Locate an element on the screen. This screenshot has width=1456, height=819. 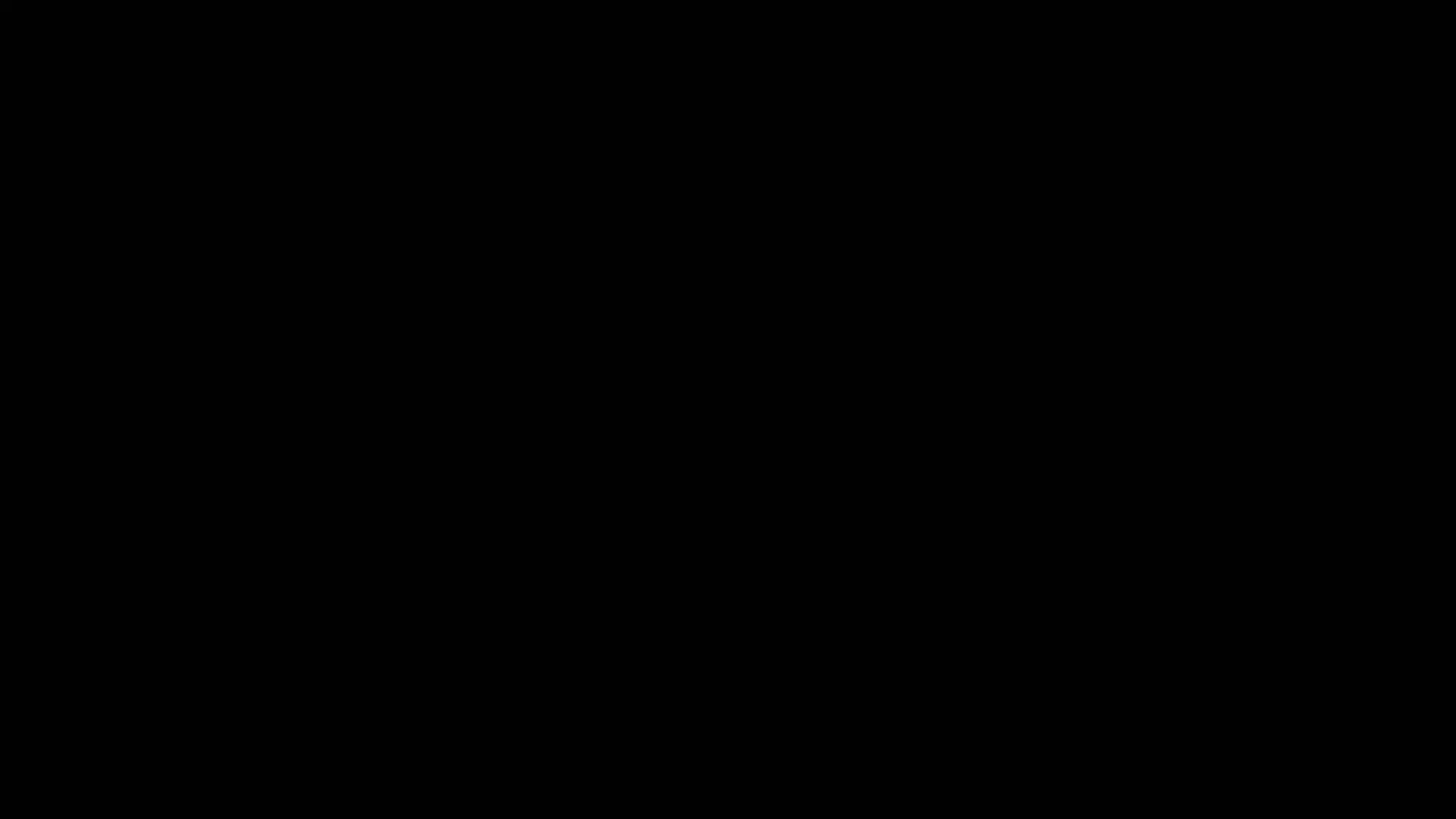
show more media controls is located at coordinates (1419, 776).